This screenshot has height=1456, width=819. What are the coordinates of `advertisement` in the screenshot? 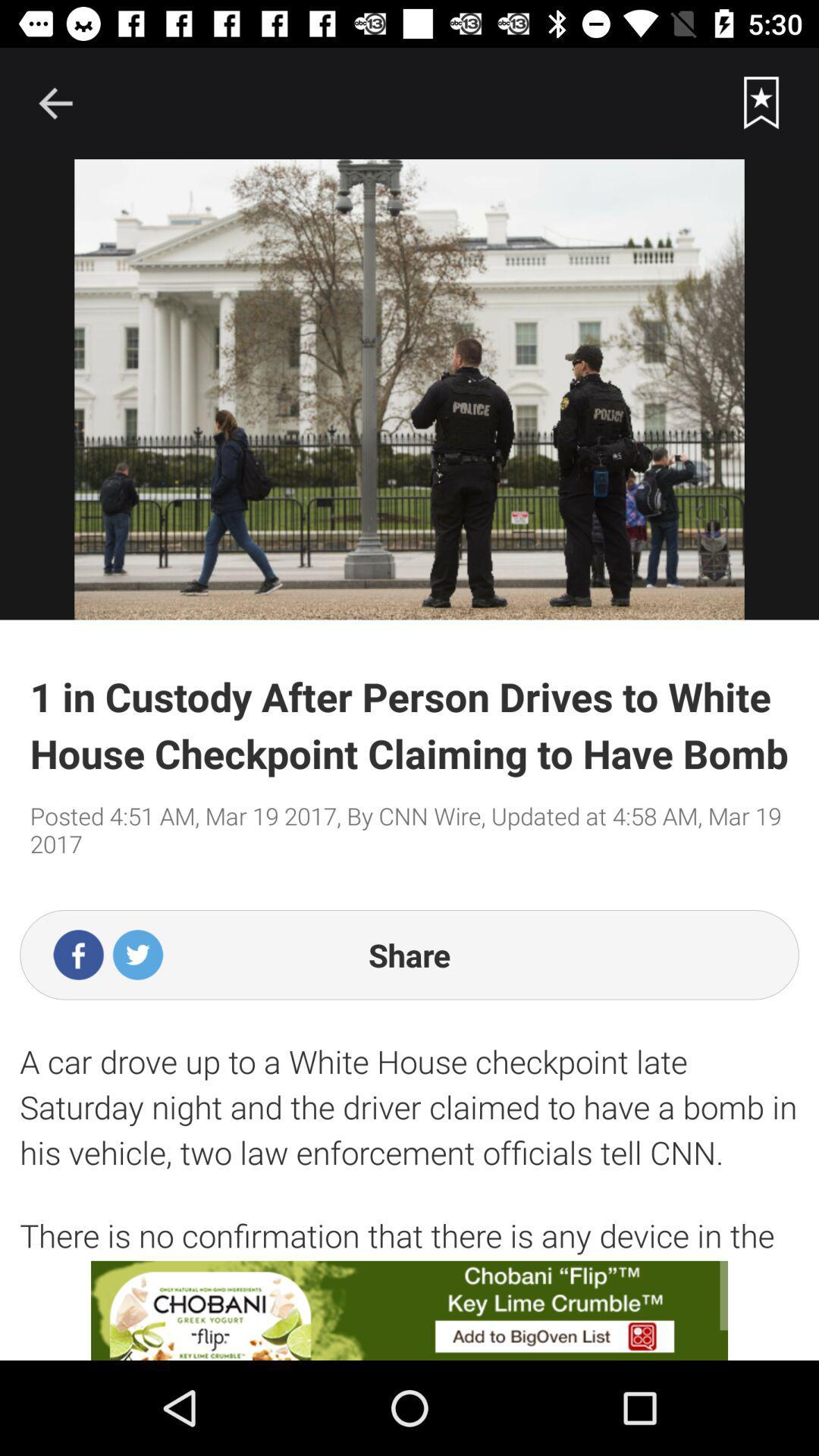 It's located at (409, 1310).